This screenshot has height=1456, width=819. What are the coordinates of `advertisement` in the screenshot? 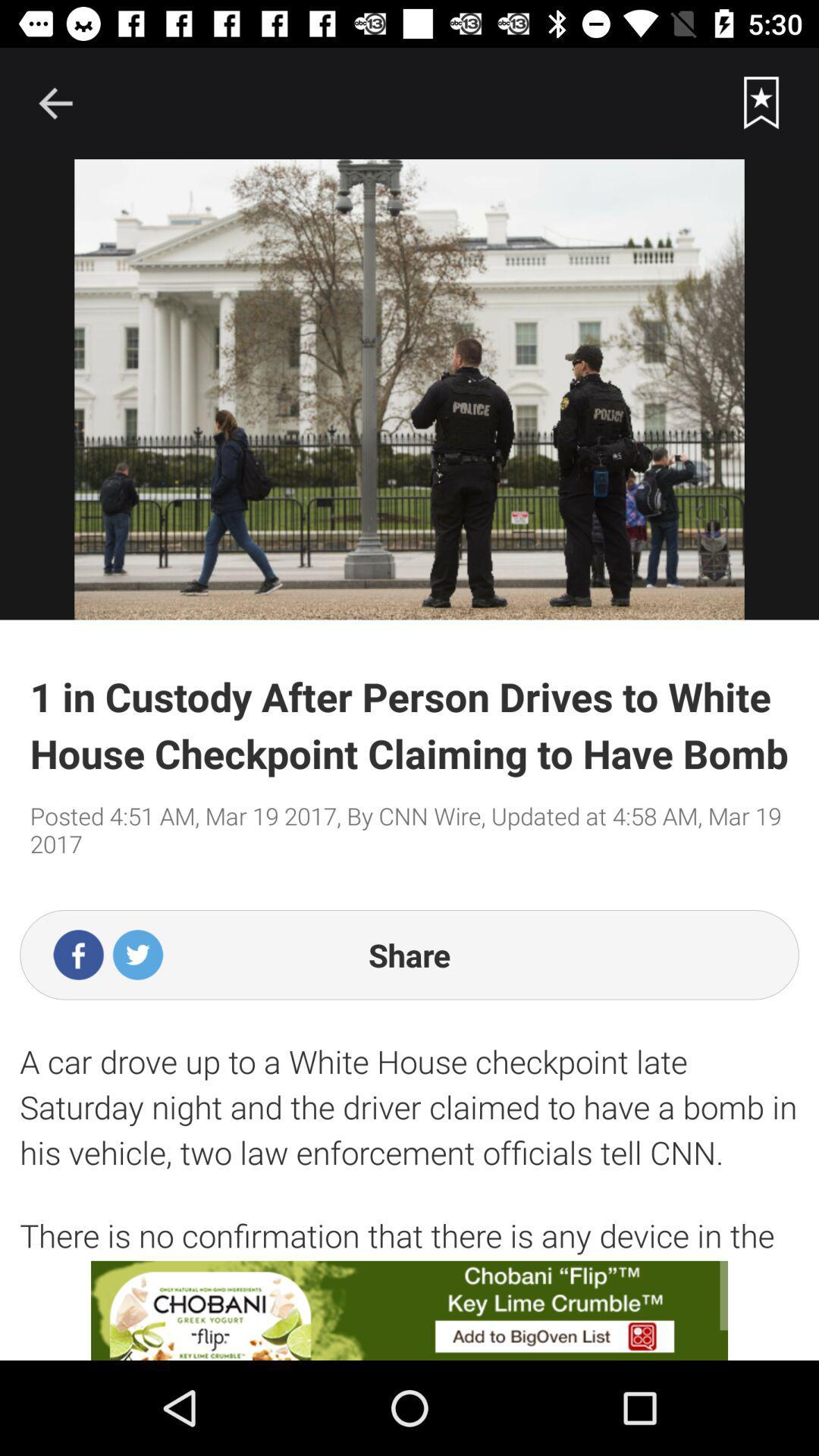 It's located at (409, 1310).